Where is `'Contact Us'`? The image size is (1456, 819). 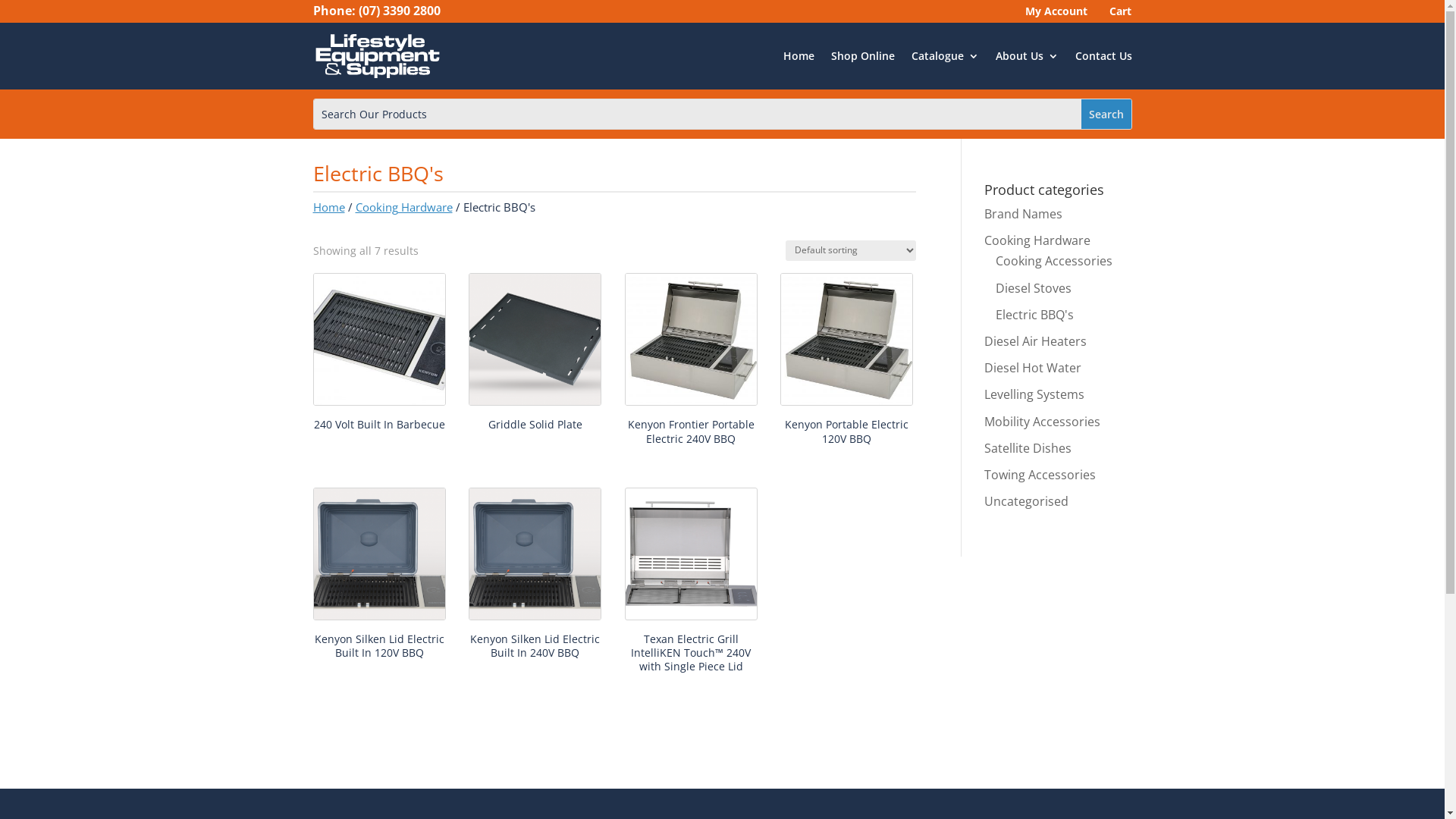 'Contact Us' is located at coordinates (1103, 55).